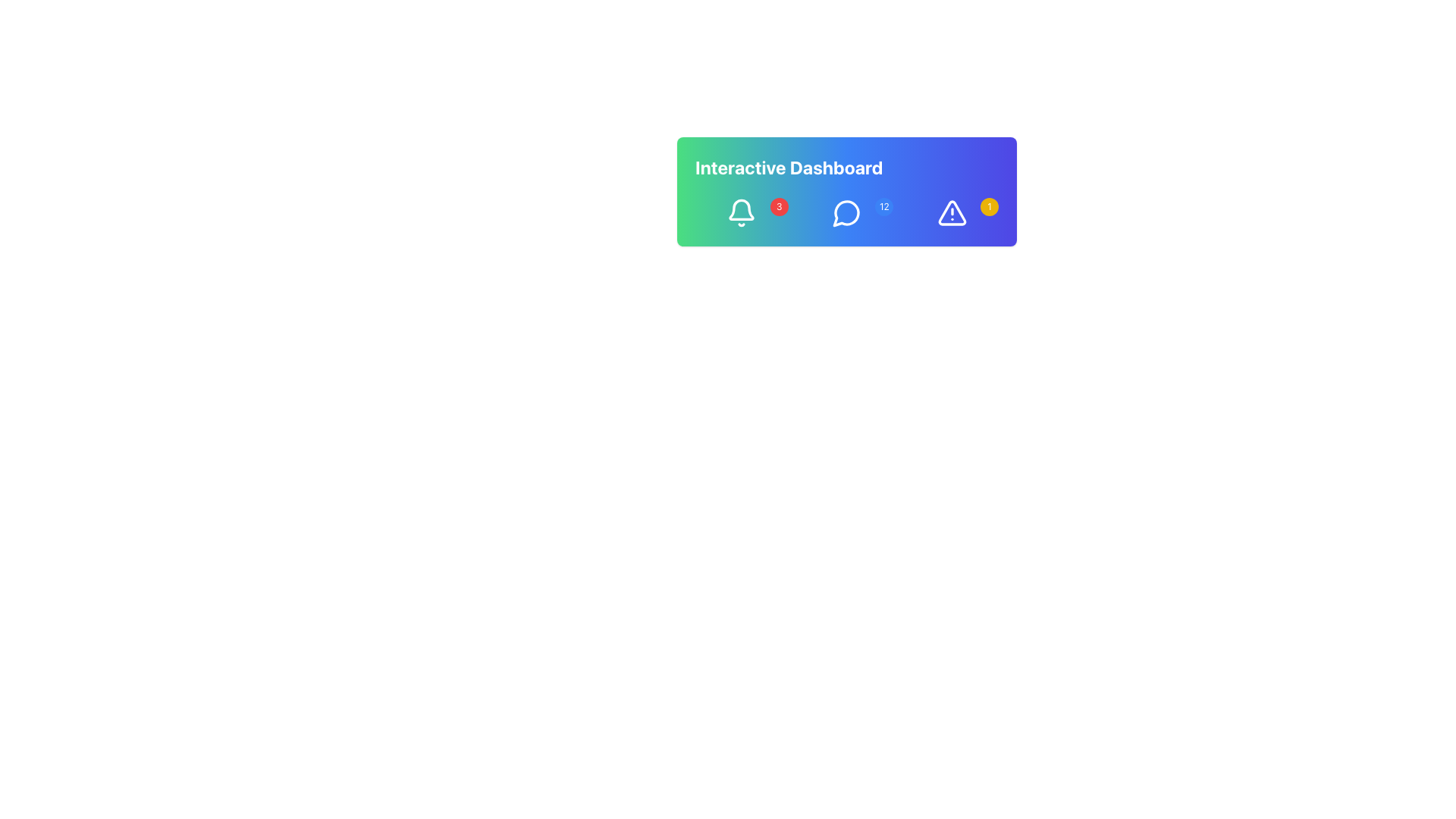  Describe the element at coordinates (789, 167) in the screenshot. I see `the non-interactive header title text label located on the left side of the dashboard header` at that location.